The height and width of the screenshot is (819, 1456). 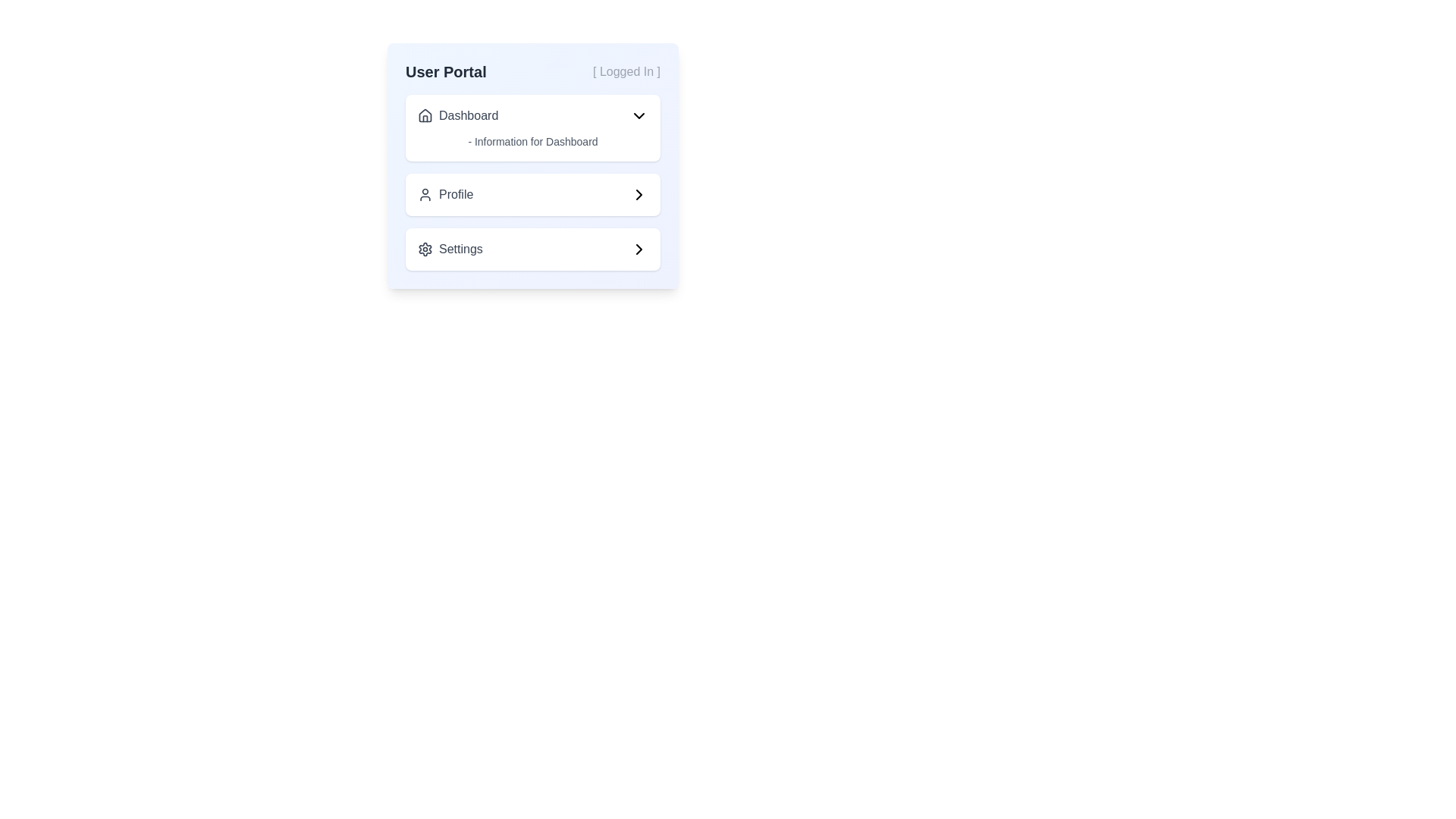 What do you see at coordinates (444, 194) in the screenshot?
I see `the 'Profile' text label` at bounding box center [444, 194].